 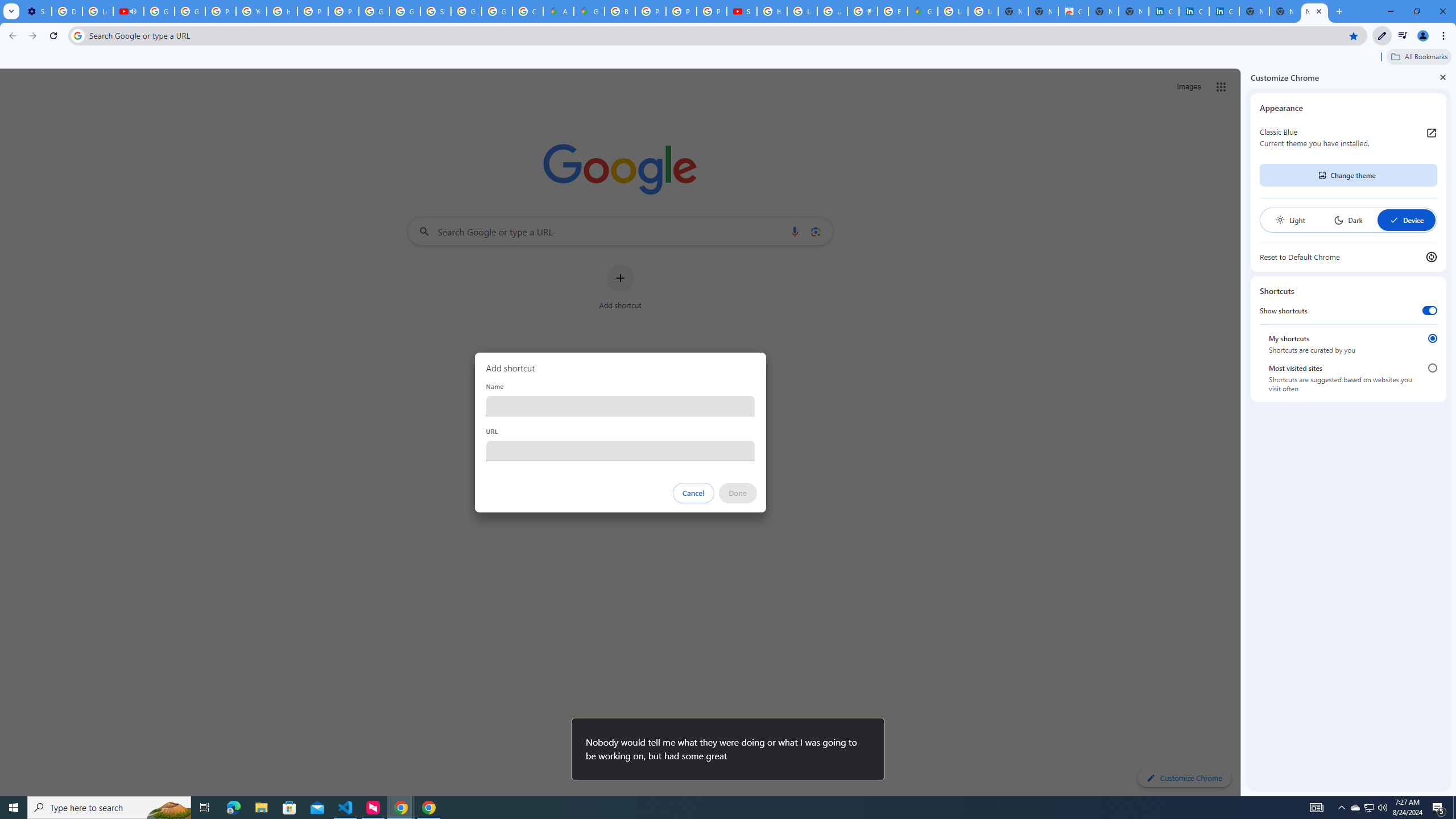 What do you see at coordinates (1393, 220) in the screenshot?
I see `'AutomationID: baseSvg'` at bounding box center [1393, 220].